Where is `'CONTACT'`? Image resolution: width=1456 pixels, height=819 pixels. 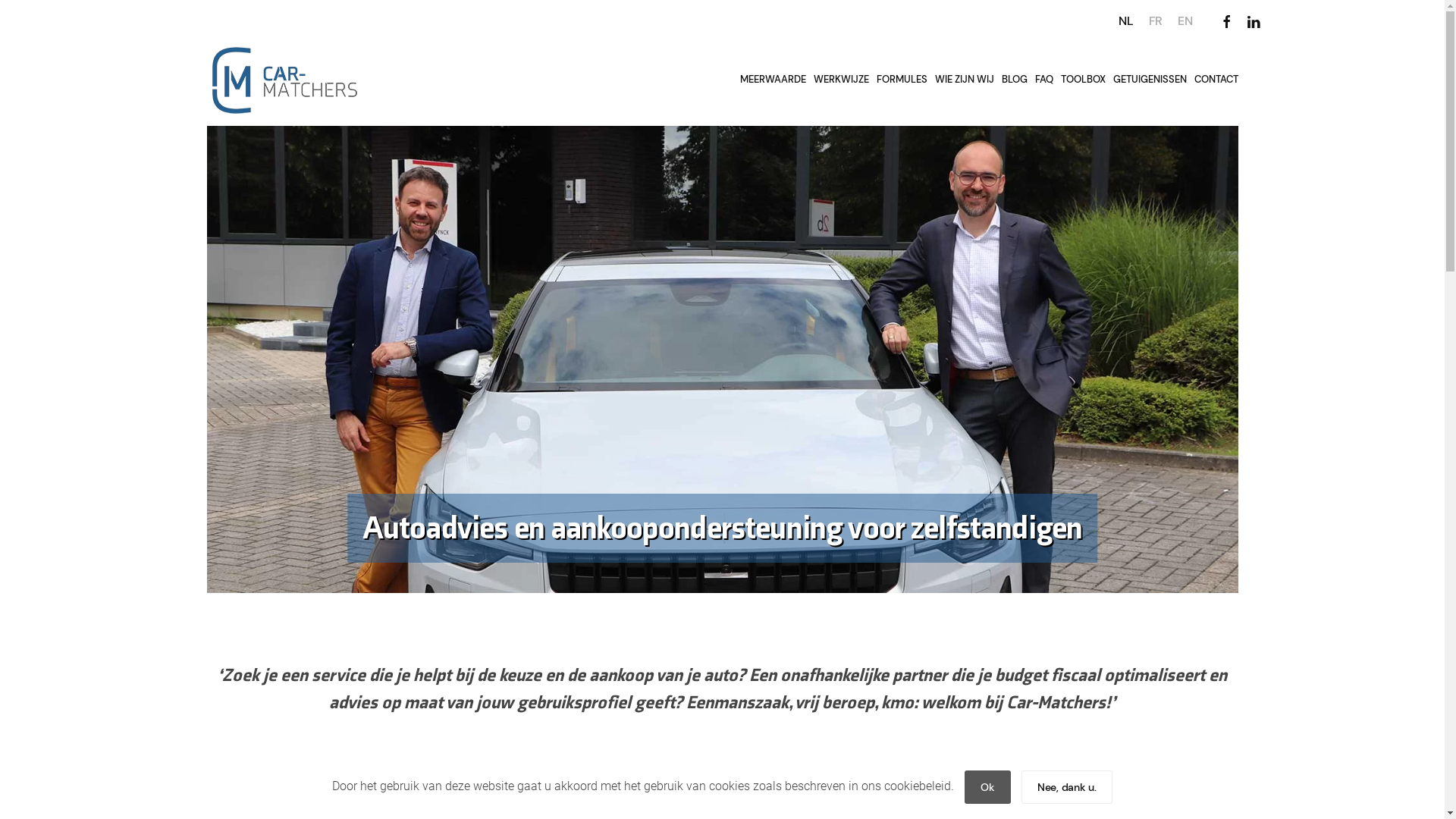
'CONTACT' is located at coordinates (1216, 80).